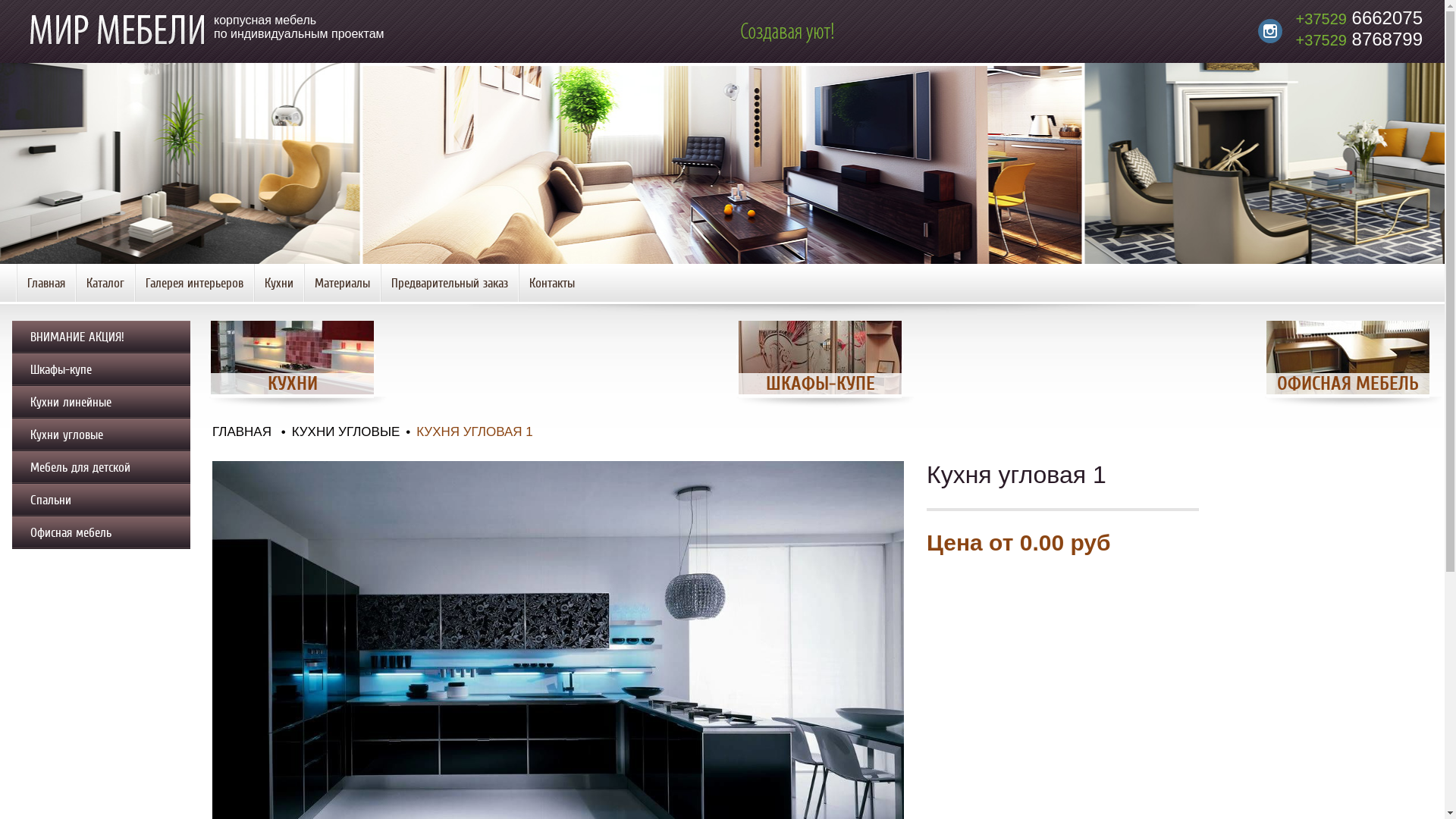  I want to click on '+37529 6662075', so click(1359, 17).